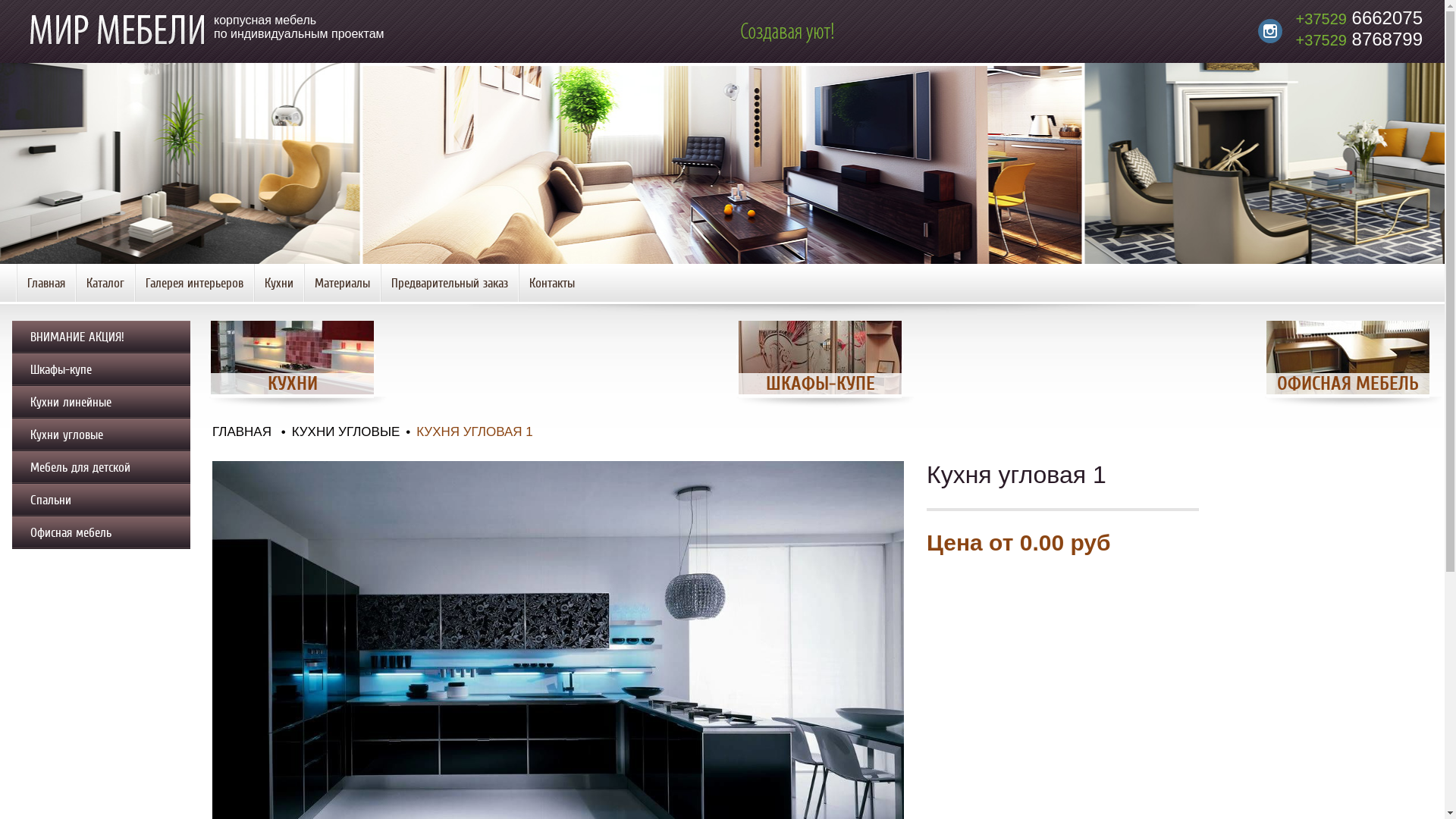  I want to click on '+37529 6662075', so click(1359, 17).